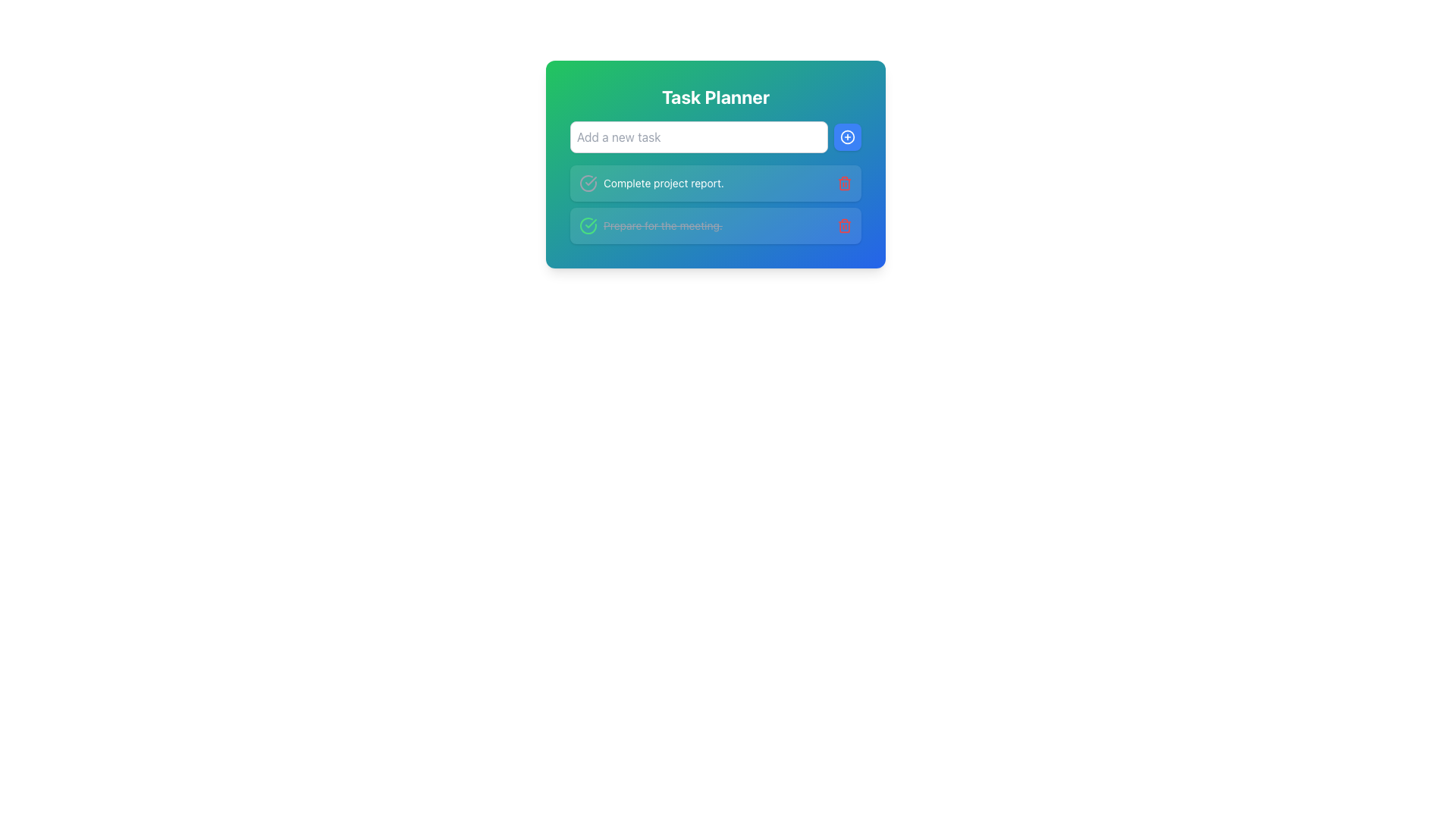 The height and width of the screenshot is (819, 1456). I want to click on the central circle of the SVG 'plus' icon, which is used for adding new items in the task planner interface, so click(847, 137).